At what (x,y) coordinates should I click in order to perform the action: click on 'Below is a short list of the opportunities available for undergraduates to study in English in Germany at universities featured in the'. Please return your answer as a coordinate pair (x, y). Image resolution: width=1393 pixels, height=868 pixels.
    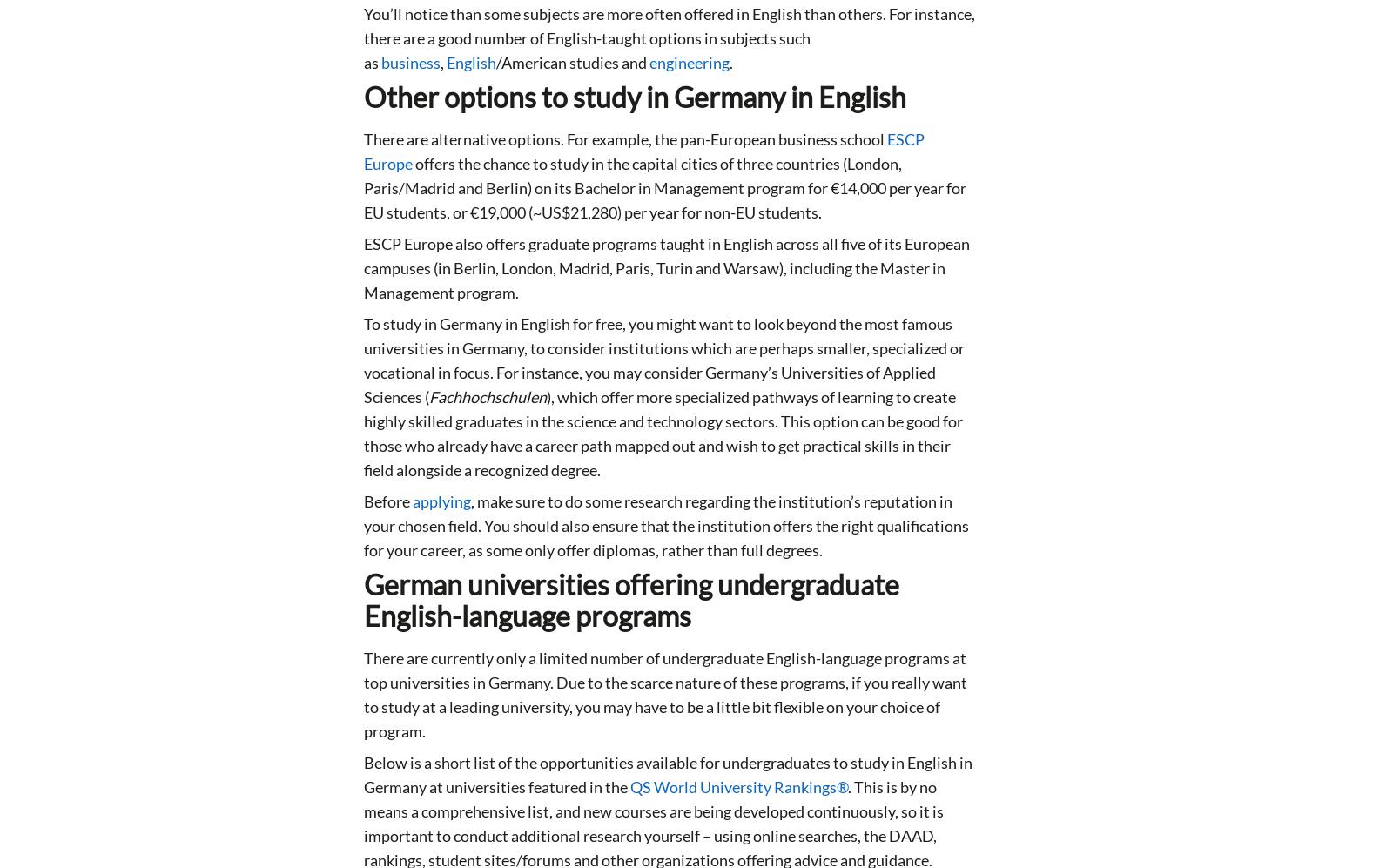
    Looking at the image, I should click on (668, 774).